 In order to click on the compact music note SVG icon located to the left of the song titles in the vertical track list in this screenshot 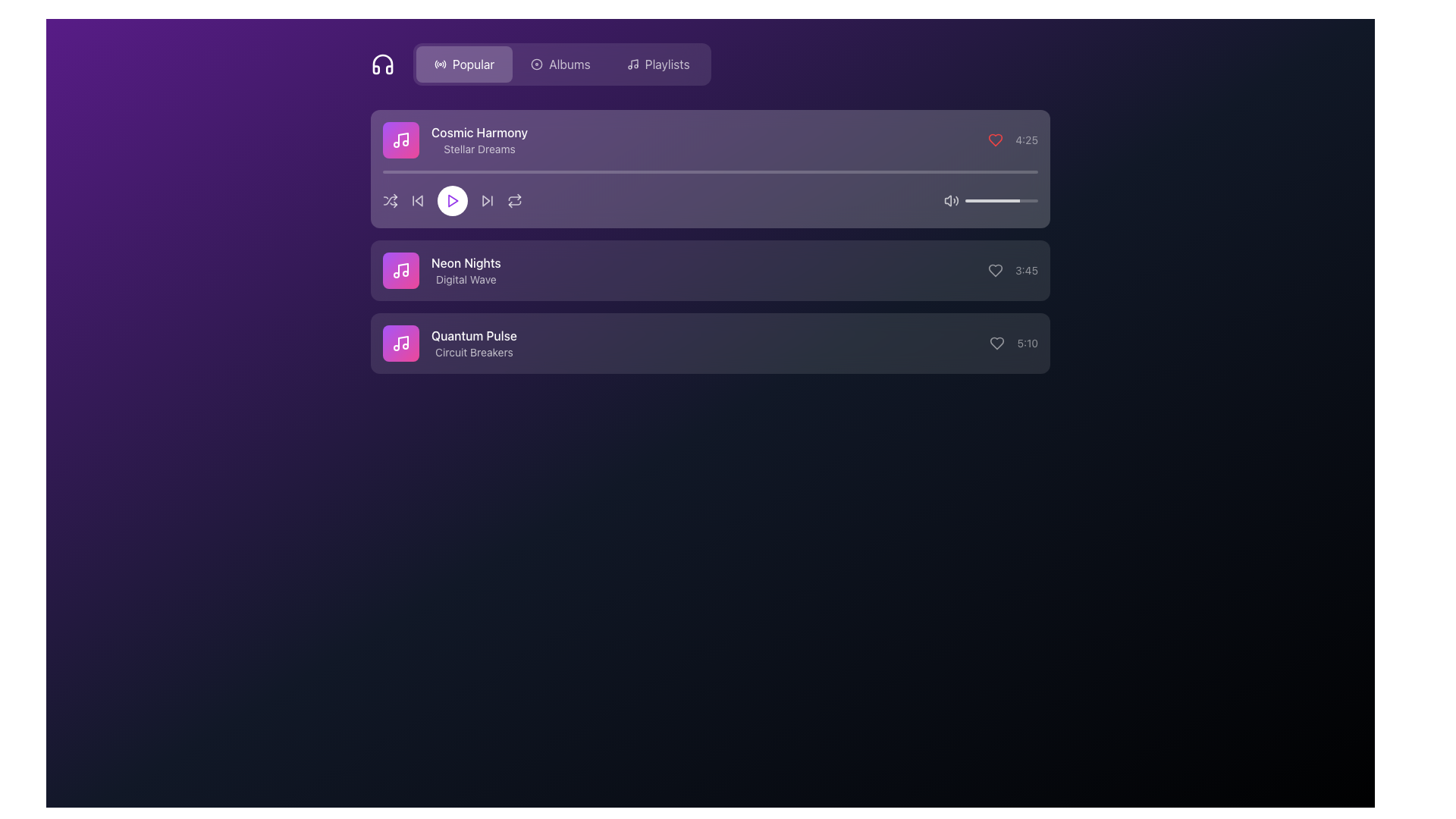, I will do `click(403, 268)`.